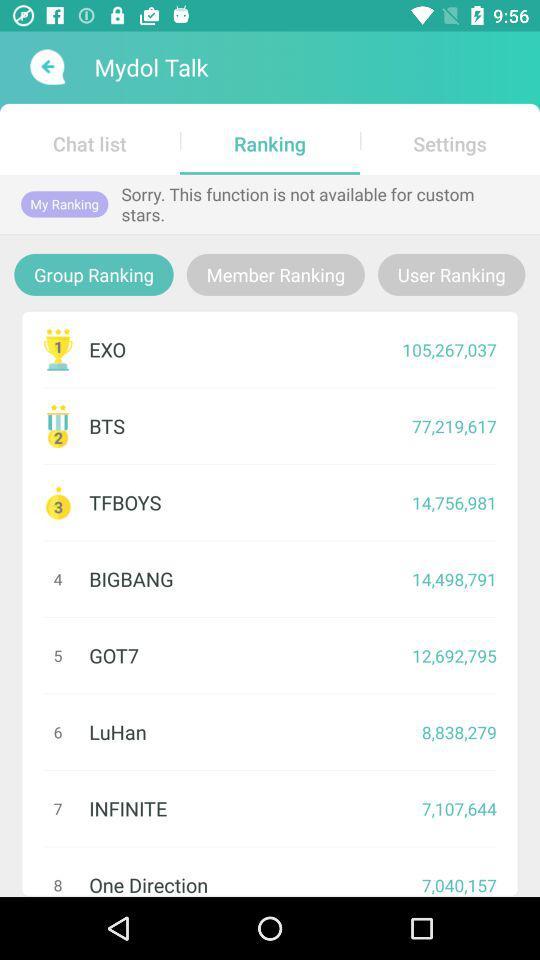 Image resolution: width=540 pixels, height=960 pixels. What do you see at coordinates (92, 273) in the screenshot?
I see `group ranking item` at bounding box center [92, 273].